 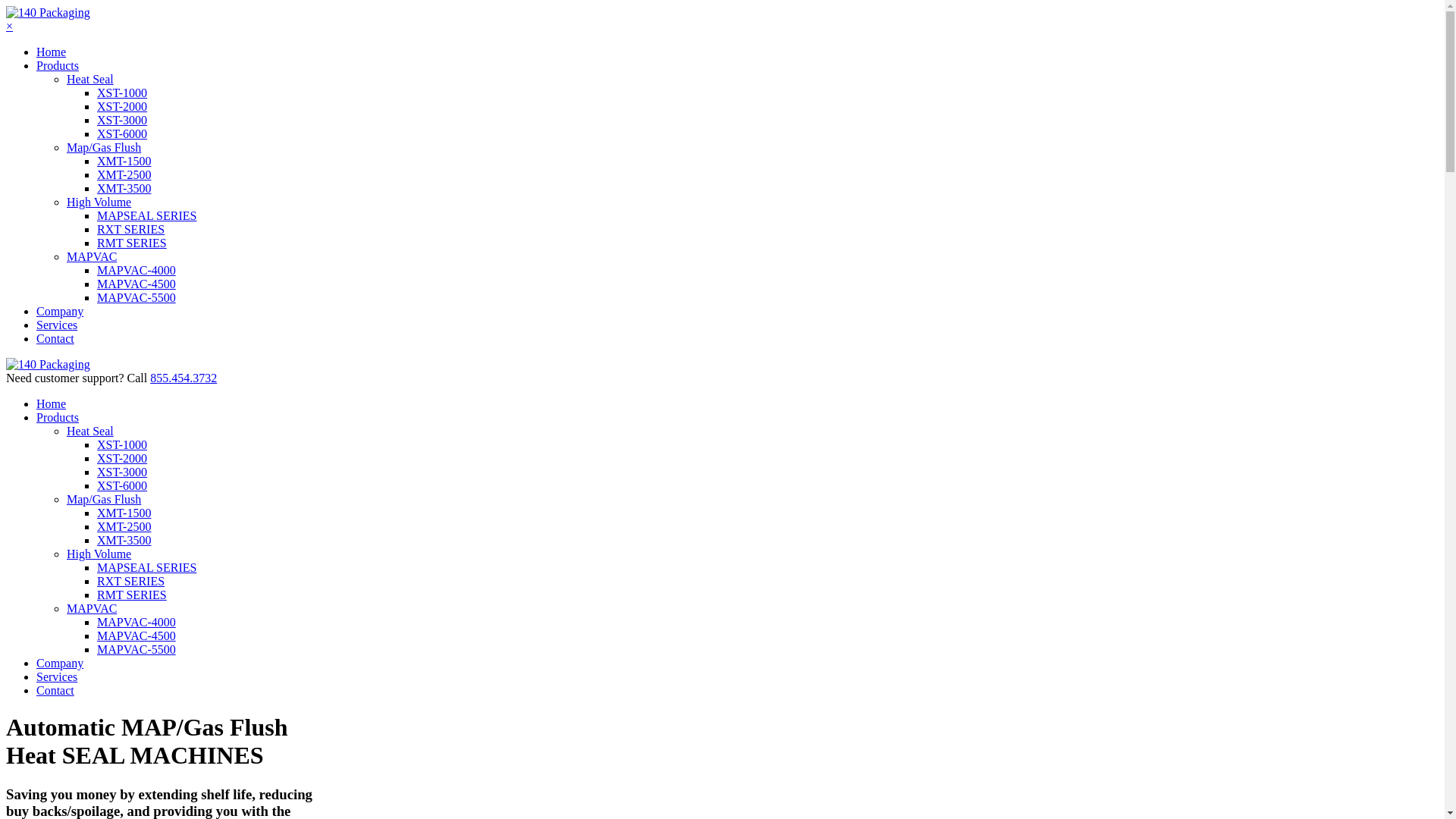 I want to click on 'Company', so click(x=59, y=310).